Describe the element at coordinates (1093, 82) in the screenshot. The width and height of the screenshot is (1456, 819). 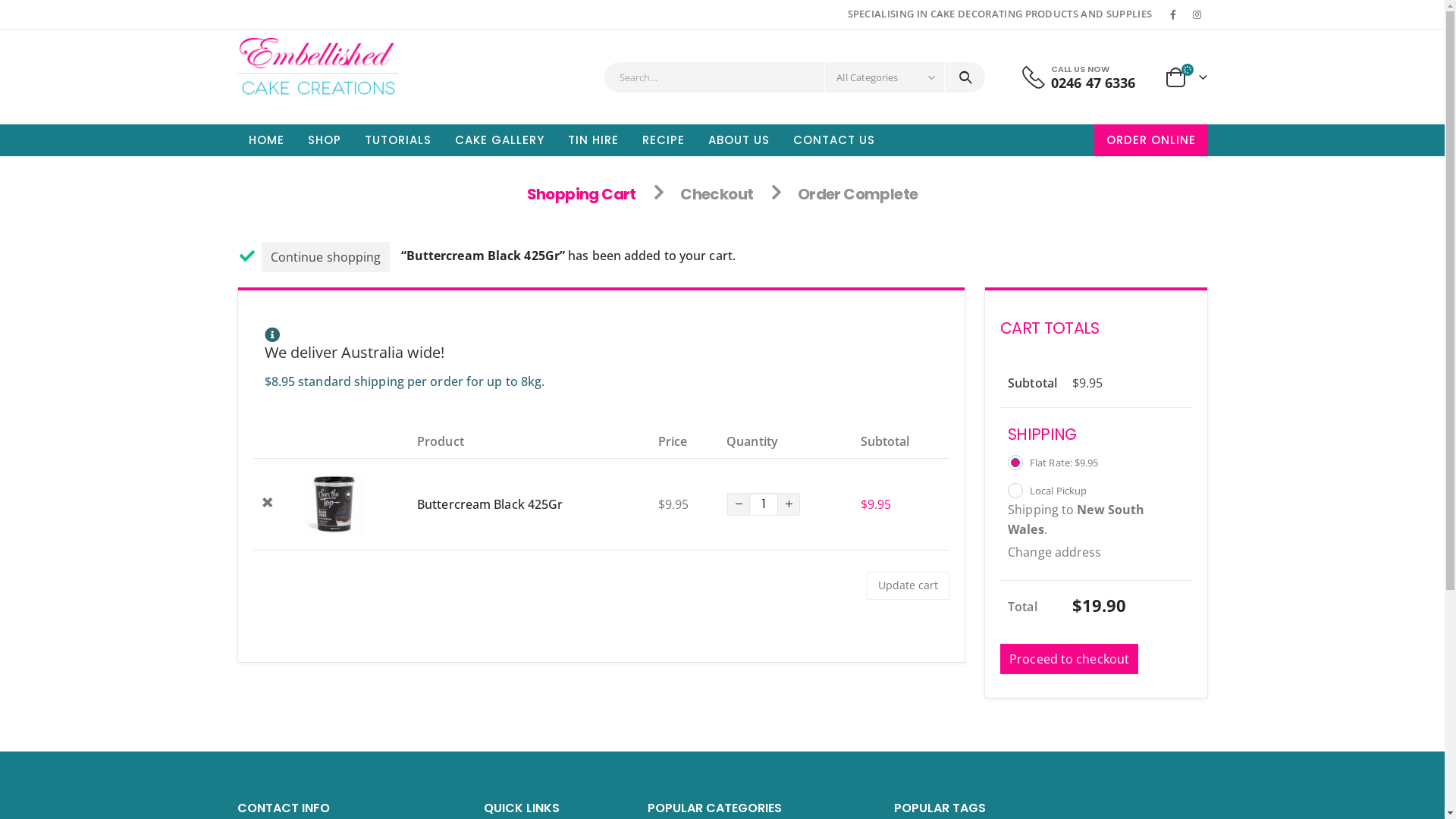
I see `'0246 47 6336'` at that location.